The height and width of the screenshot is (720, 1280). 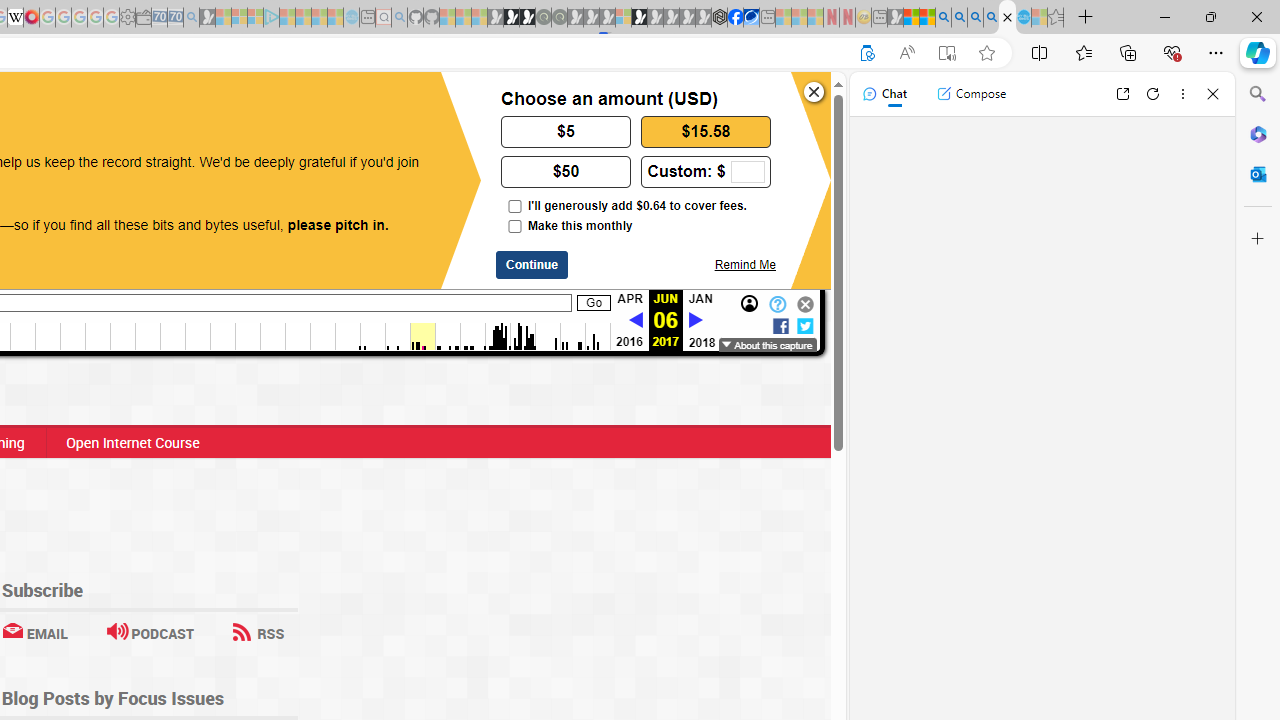 What do you see at coordinates (131, 441) in the screenshot?
I see `'Open Internet Course'` at bounding box center [131, 441].